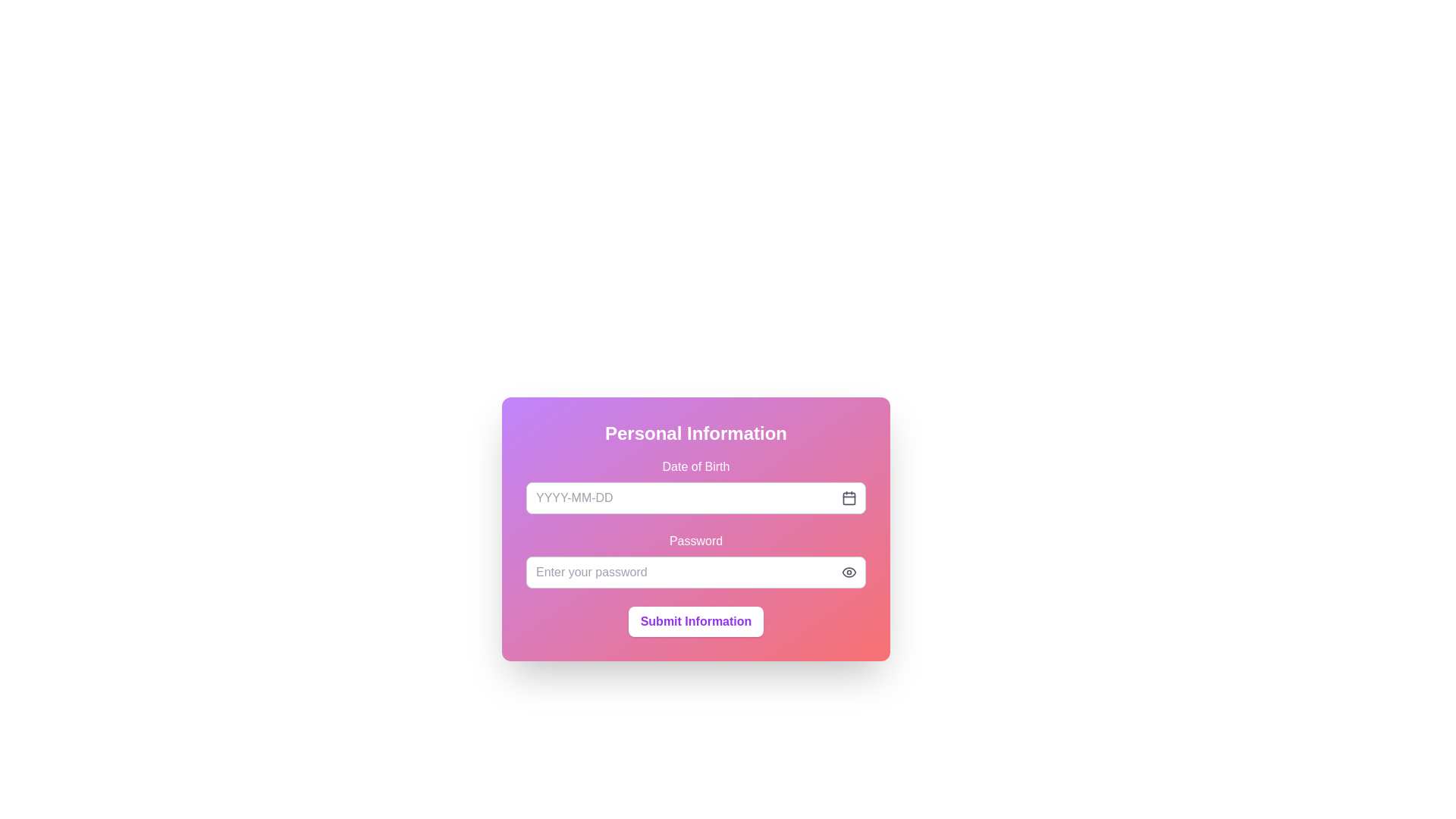 This screenshot has width=1456, height=819. What do you see at coordinates (848, 497) in the screenshot?
I see `the calendar icon button located inside the 'Date of Birth' input field` at bounding box center [848, 497].